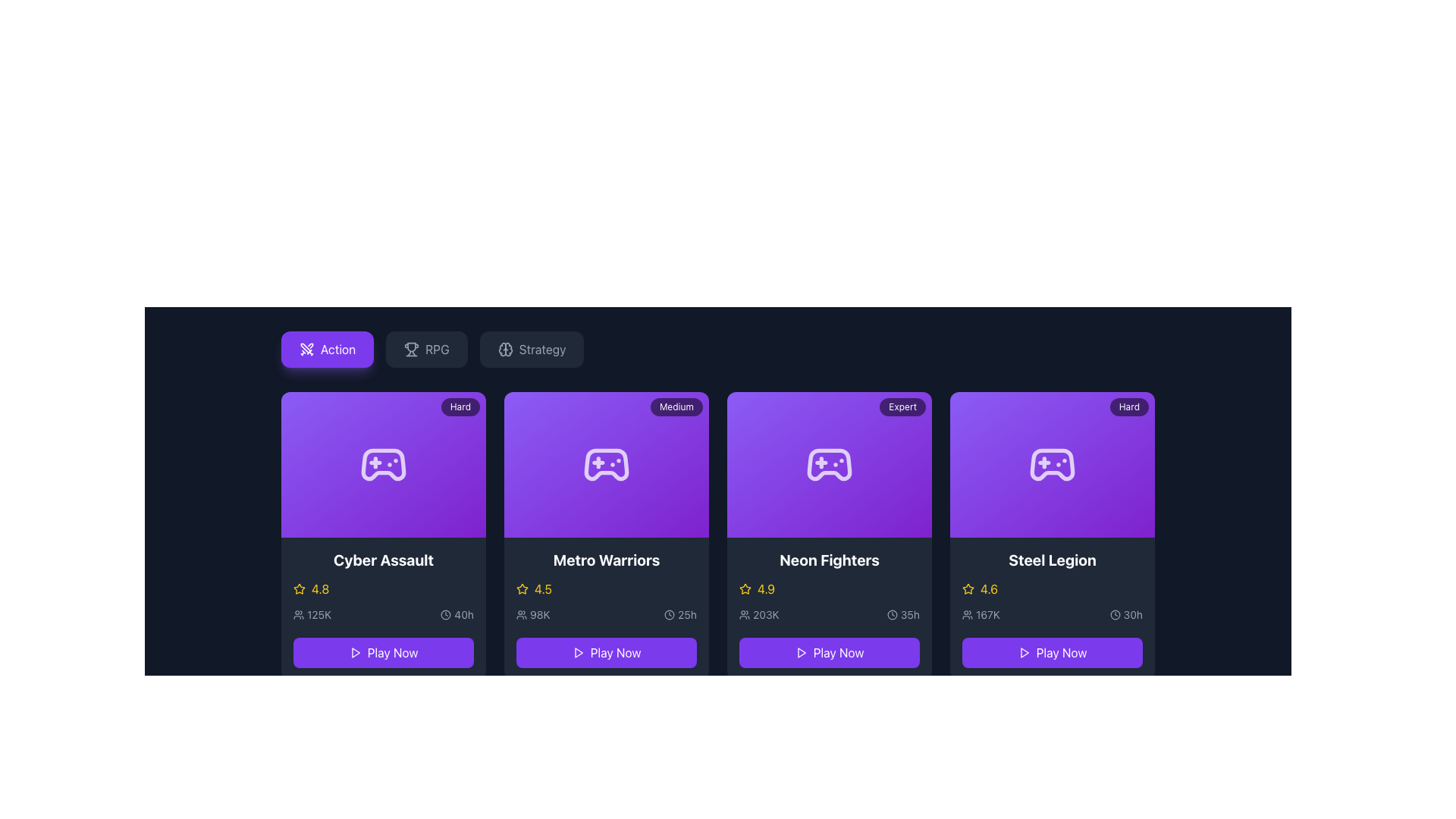 Image resolution: width=1456 pixels, height=819 pixels. What do you see at coordinates (1025, 651) in the screenshot?
I see `the play icon located within the 'Play Now' button of the 'Steel Legion' card, which is the right-most card in a series of four` at bounding box center [1025, 651].